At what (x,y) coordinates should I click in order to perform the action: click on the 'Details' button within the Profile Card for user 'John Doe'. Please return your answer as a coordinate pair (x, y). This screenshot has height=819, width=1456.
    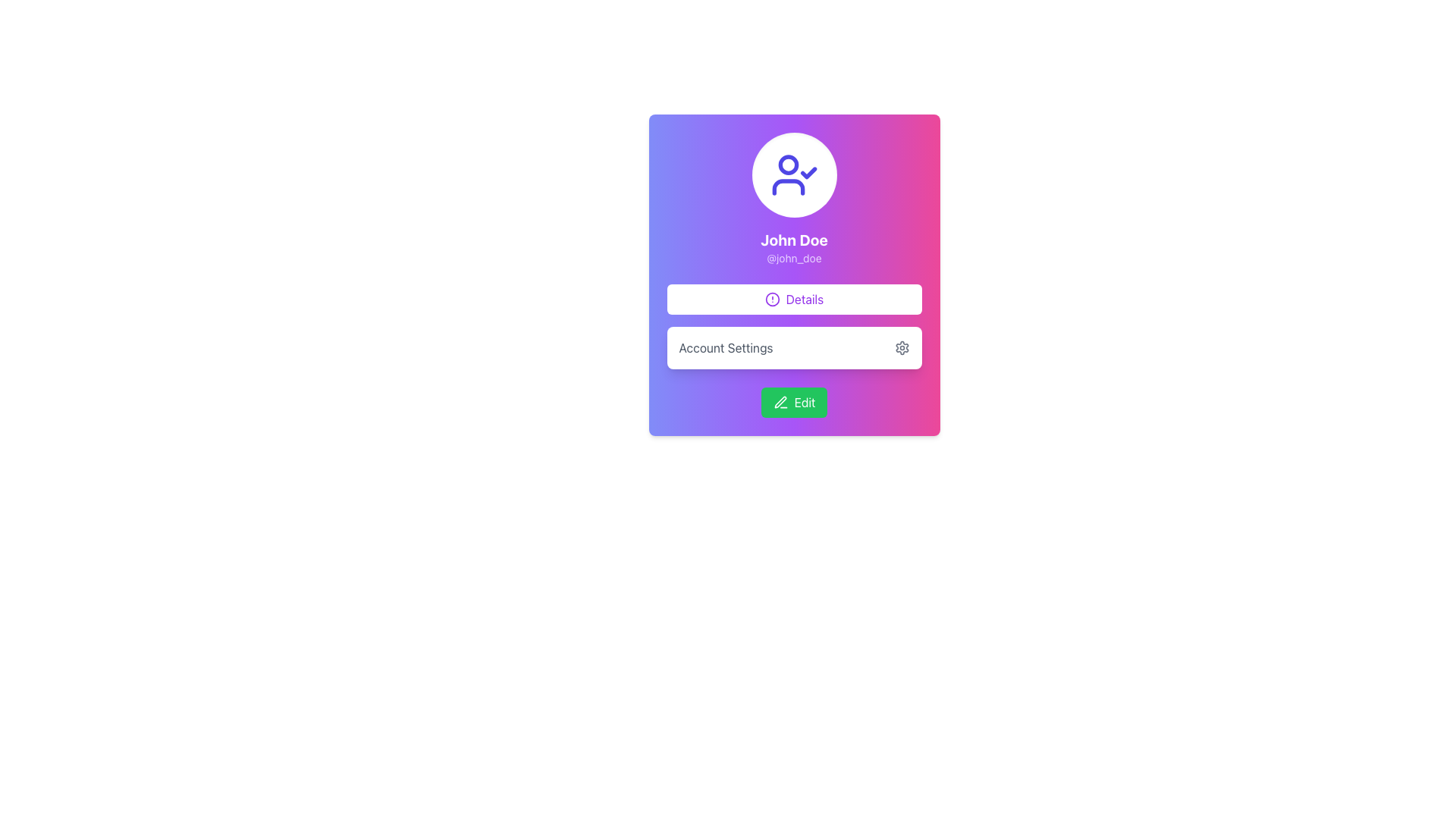
    Looking at the image, I should click on (793, 275).